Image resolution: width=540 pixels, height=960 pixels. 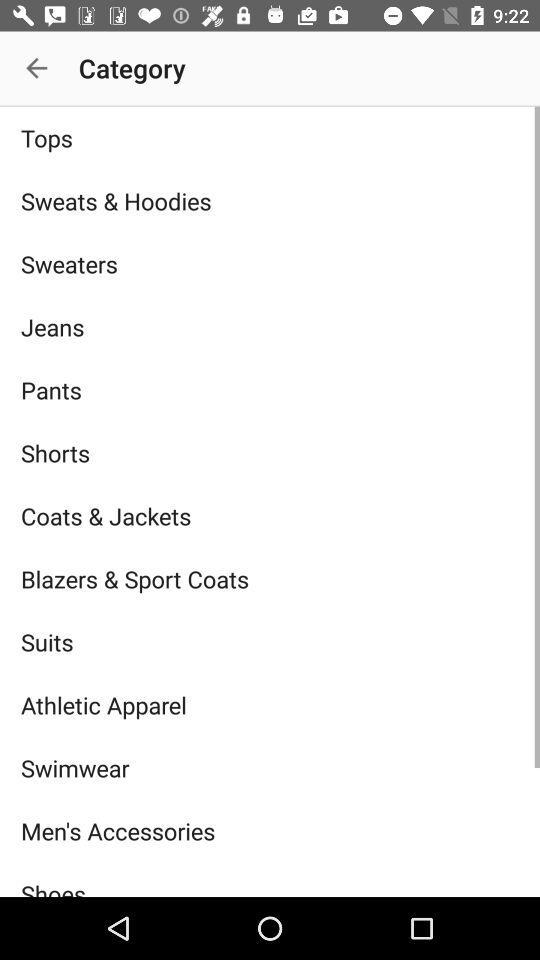 I want to click on men's accessories, so click(x=270, y=831).